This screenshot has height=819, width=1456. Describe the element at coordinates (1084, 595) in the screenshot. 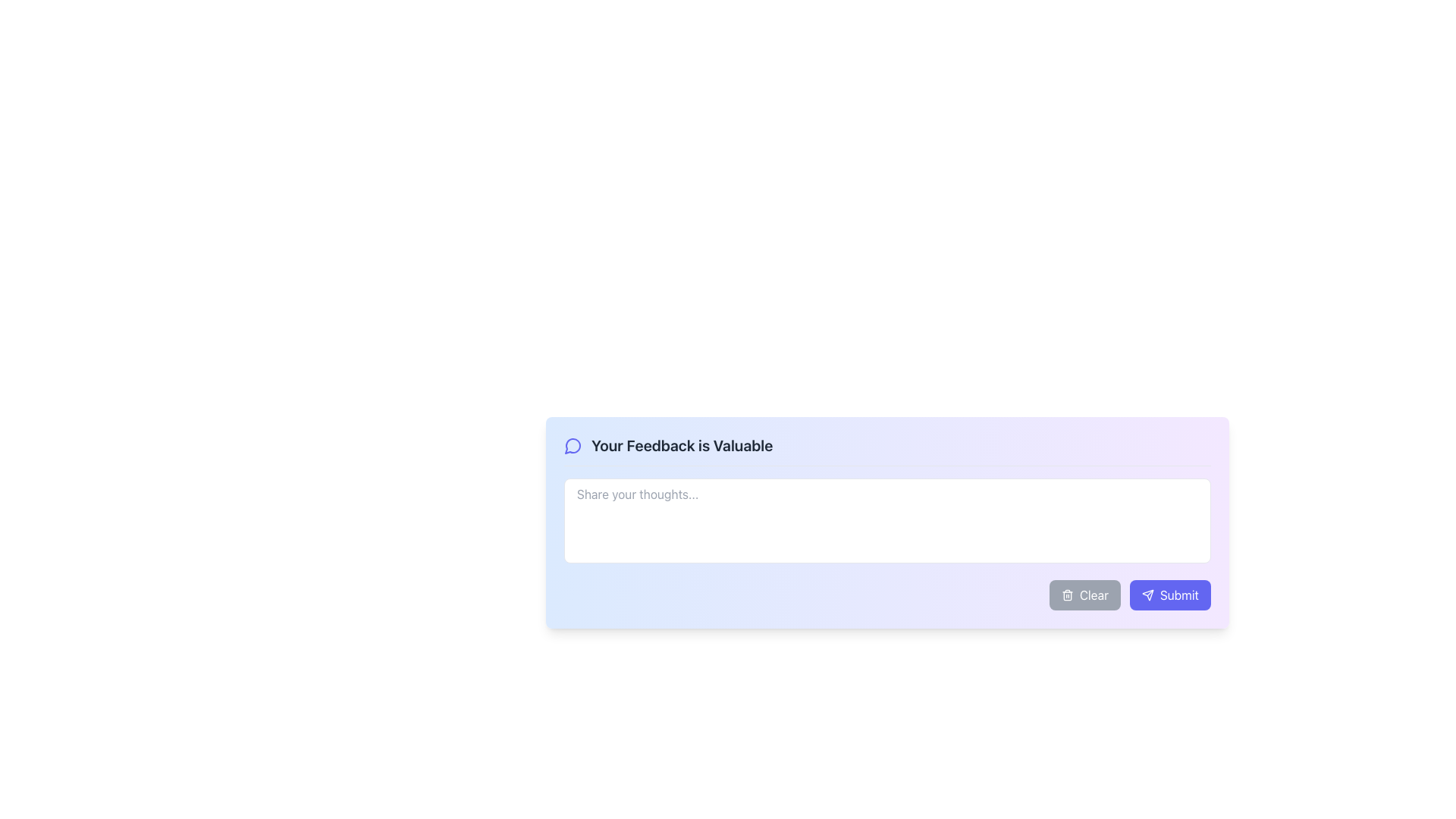

I see `the 'Clear' button with a trash can icon, located in the bottom-right section of the interface, to change its background color` at that location.